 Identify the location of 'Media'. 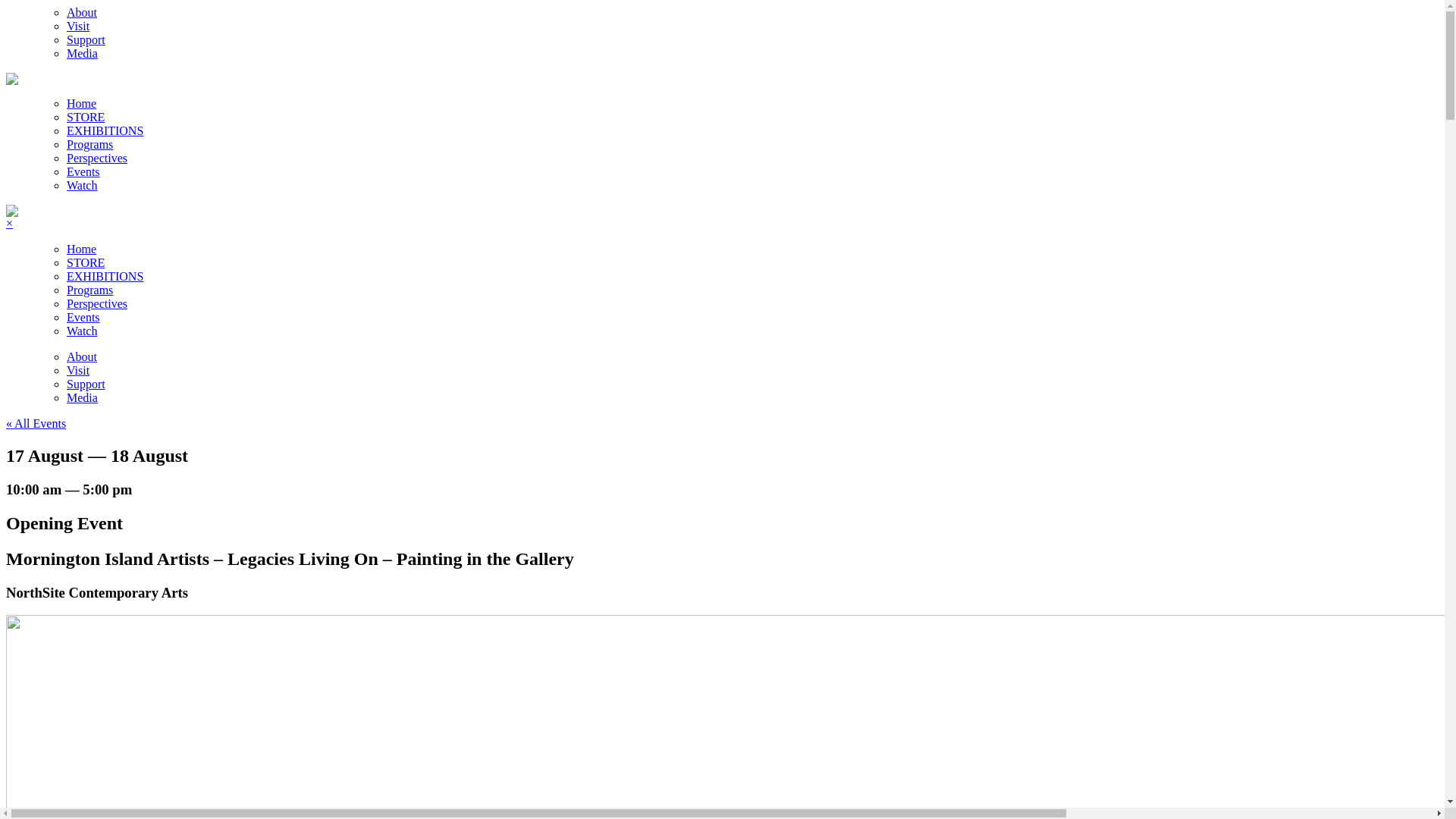
(81, 397).